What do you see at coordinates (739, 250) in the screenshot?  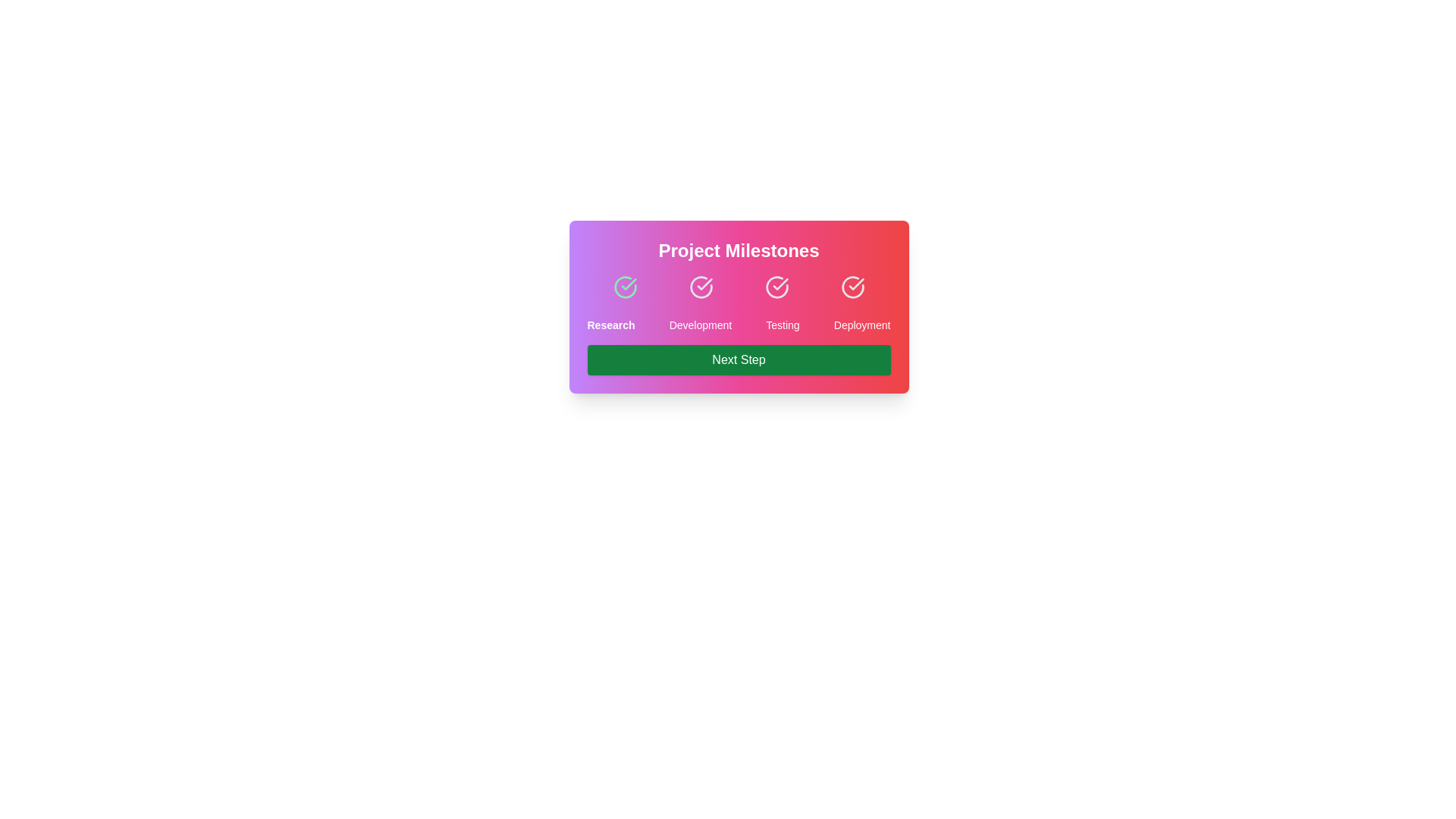 I see `heading text located at the center top of the panel, which serves as the title or primary focus of the content below it` at bounding box center [739, 250].